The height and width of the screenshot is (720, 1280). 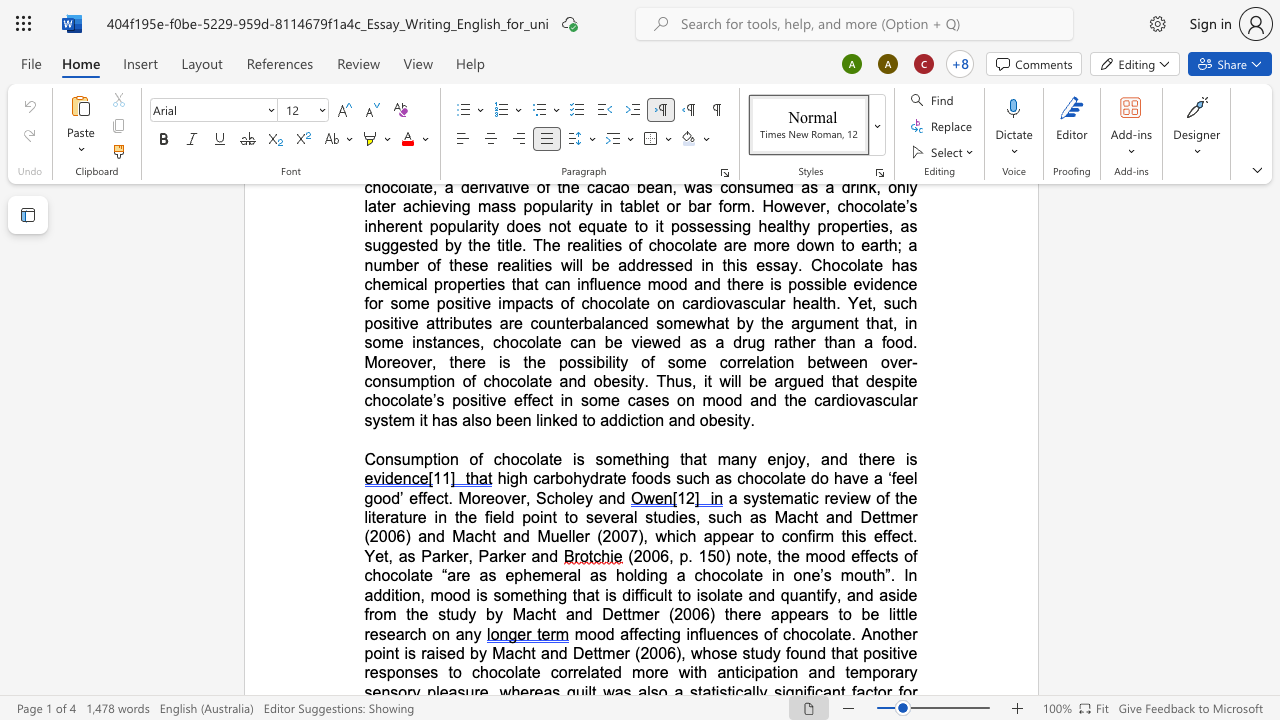 I want to click on the space between the continuous character "e" and "t" in the text, so click(x=632, y=459).